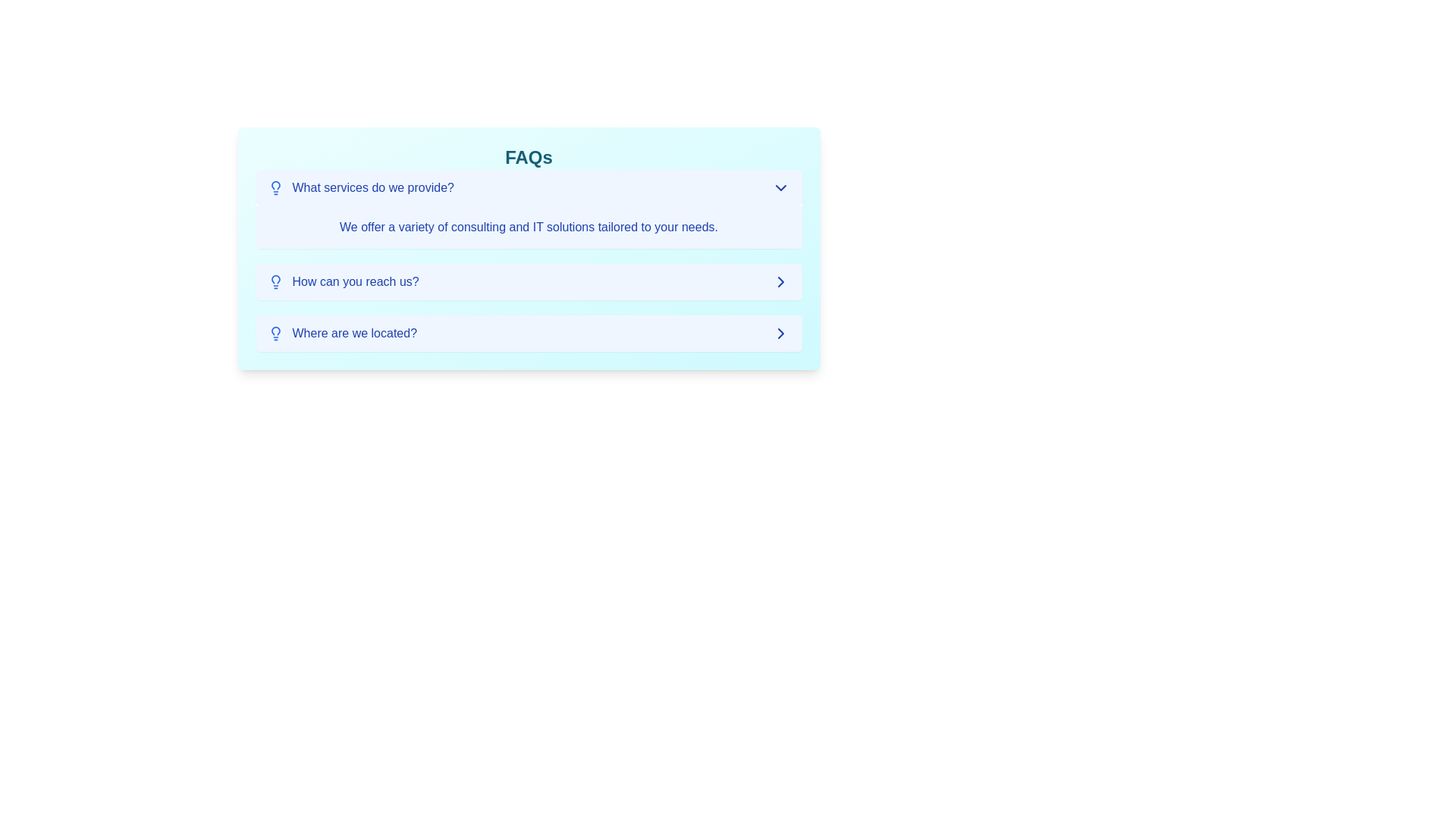  Describe the element at coordinates (529, 281) in the screenshot. I see `the second Interactive FAQ item located between 'What services do we provide?' and 'Where are we located?'` at that location.